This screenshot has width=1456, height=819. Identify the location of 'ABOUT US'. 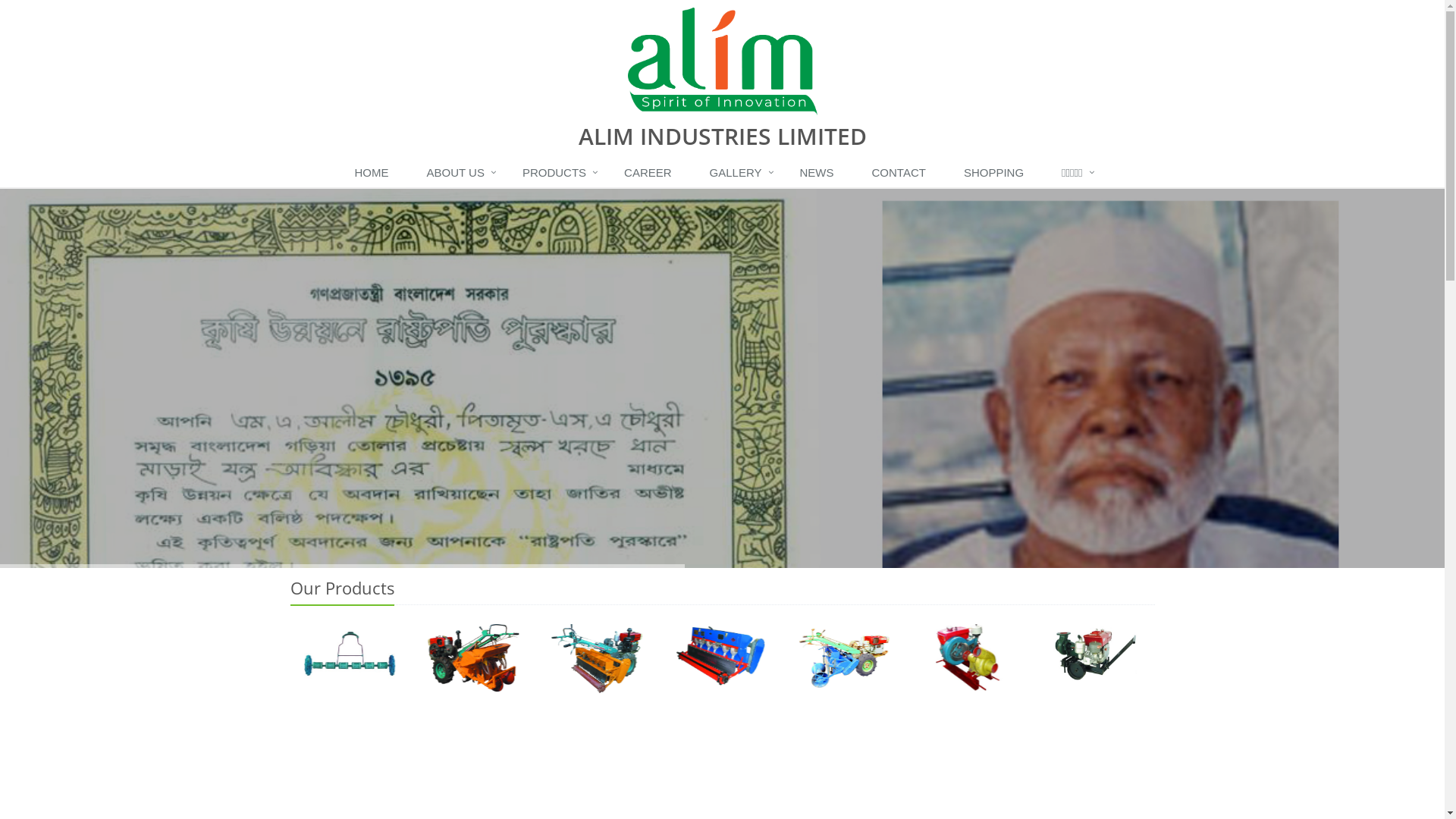
(457, 172).